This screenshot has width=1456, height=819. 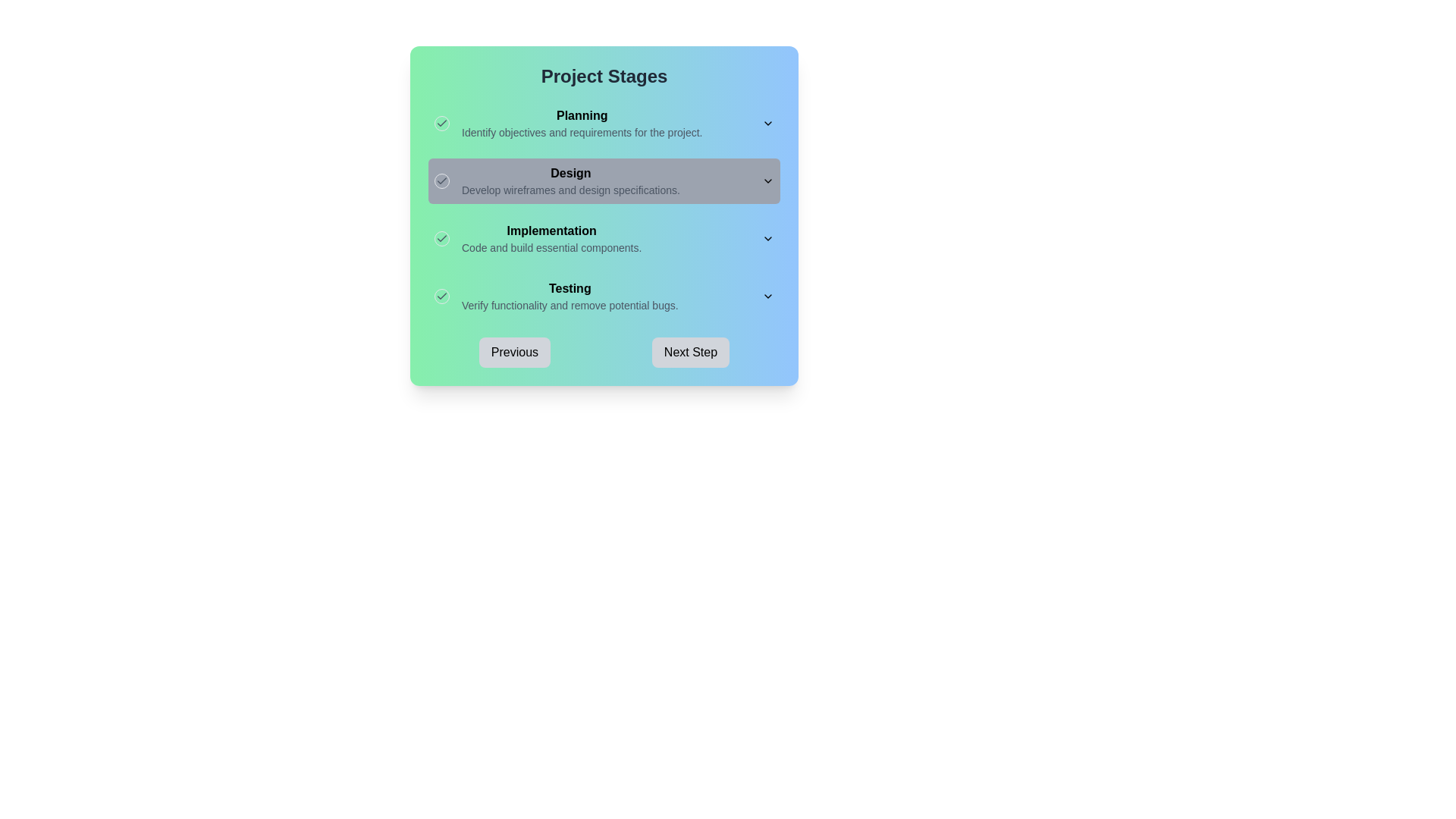 I want to click on the text label displaying the phrase 'Develop wireframes and design specifications.' which is styled in a smaller, gray font and located below the bolded word 'Design.', so click(x=570, y=189).